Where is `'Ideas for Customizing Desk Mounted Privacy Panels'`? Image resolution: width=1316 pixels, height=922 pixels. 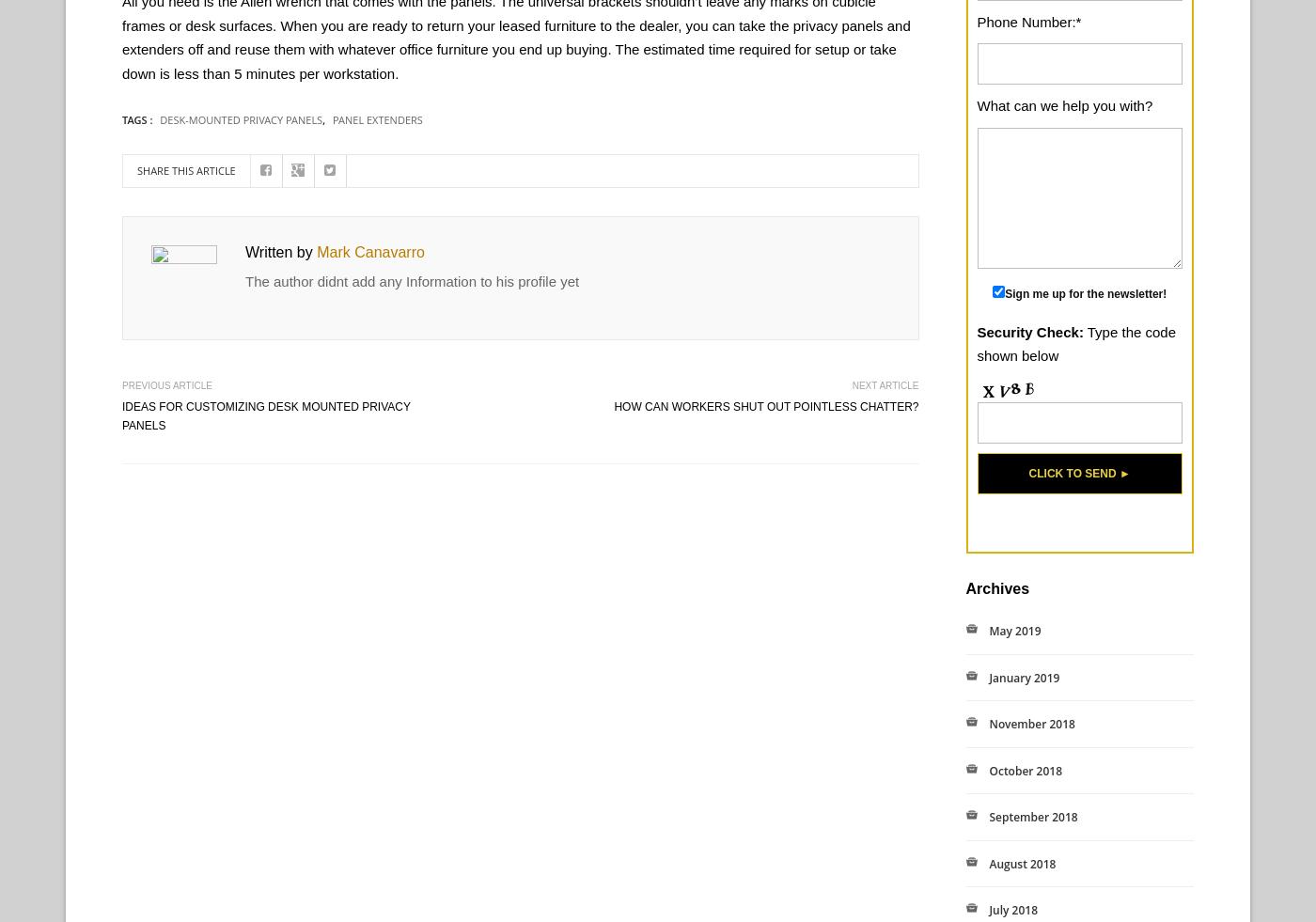 'Ideas for Customizing Desk Mounted Privacy Panels' is located at coordinates (265, 414).